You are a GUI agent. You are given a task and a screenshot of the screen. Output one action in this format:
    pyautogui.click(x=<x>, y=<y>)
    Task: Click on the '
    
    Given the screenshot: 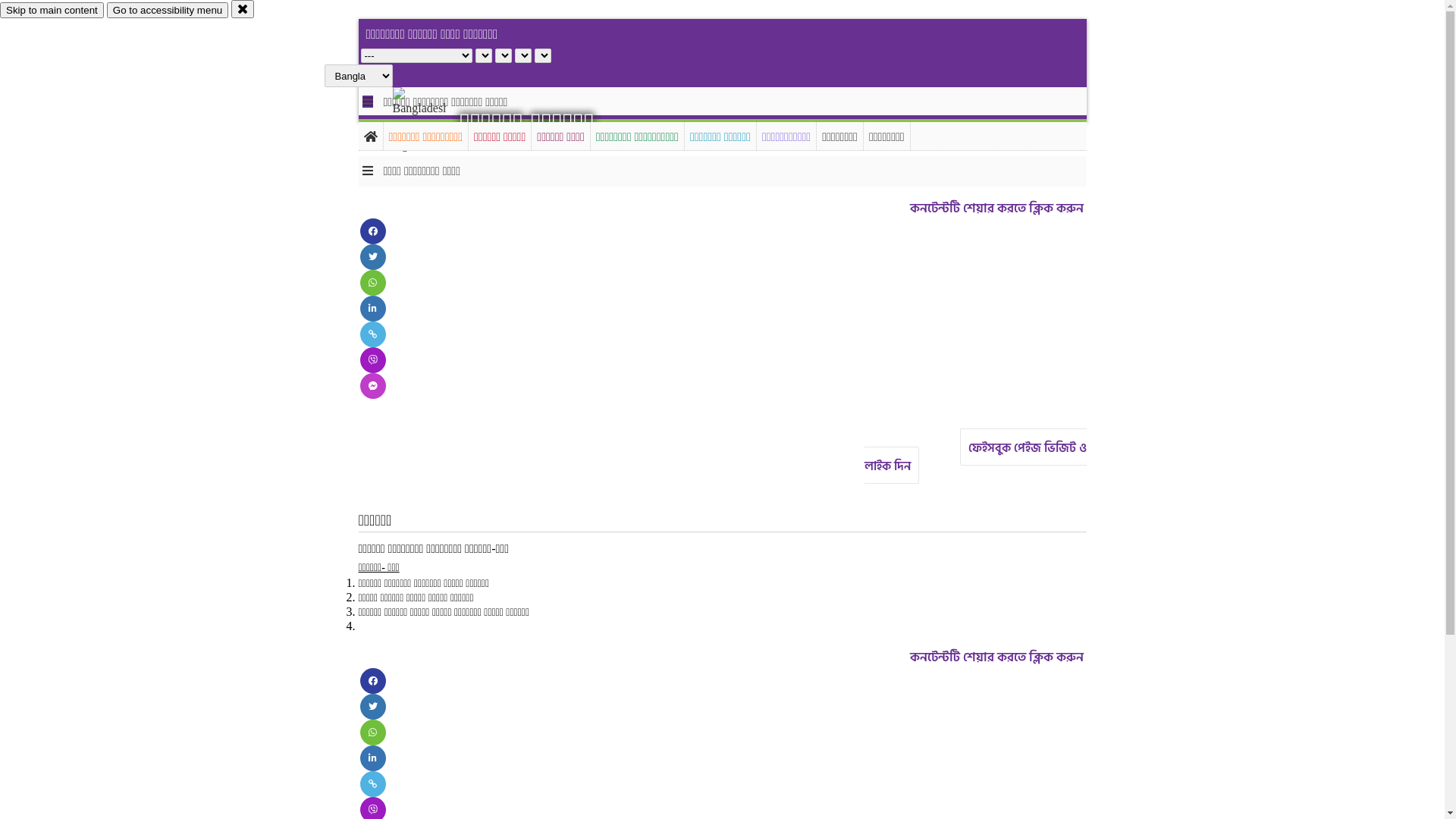 What is the action you would take?
    pyautogui.click(x=431, y=119)
    